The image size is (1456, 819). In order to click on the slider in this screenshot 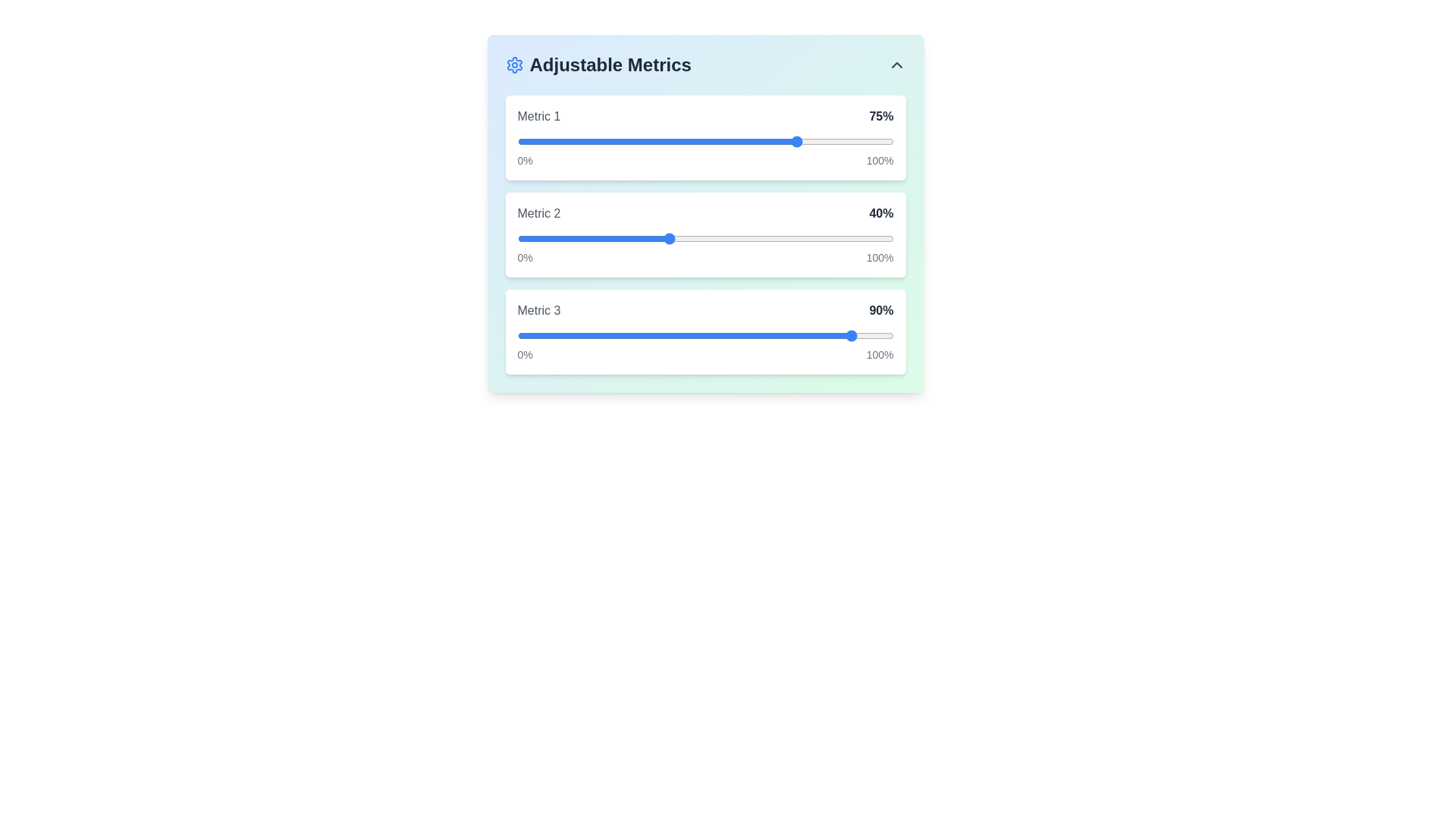, I will do `click(784, 141)`.